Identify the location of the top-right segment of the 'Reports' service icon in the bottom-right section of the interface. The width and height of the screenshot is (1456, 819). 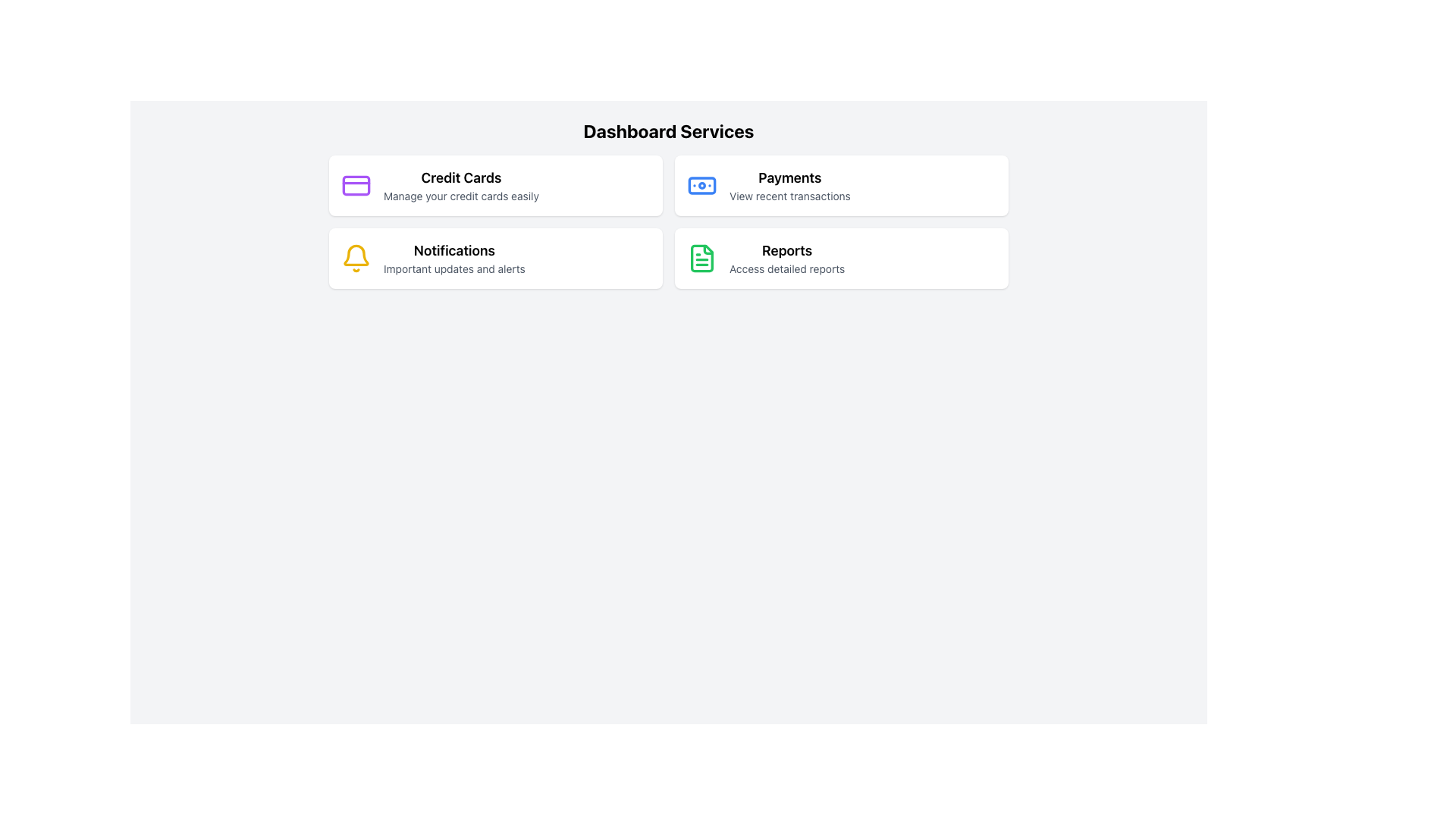
(708, 249).